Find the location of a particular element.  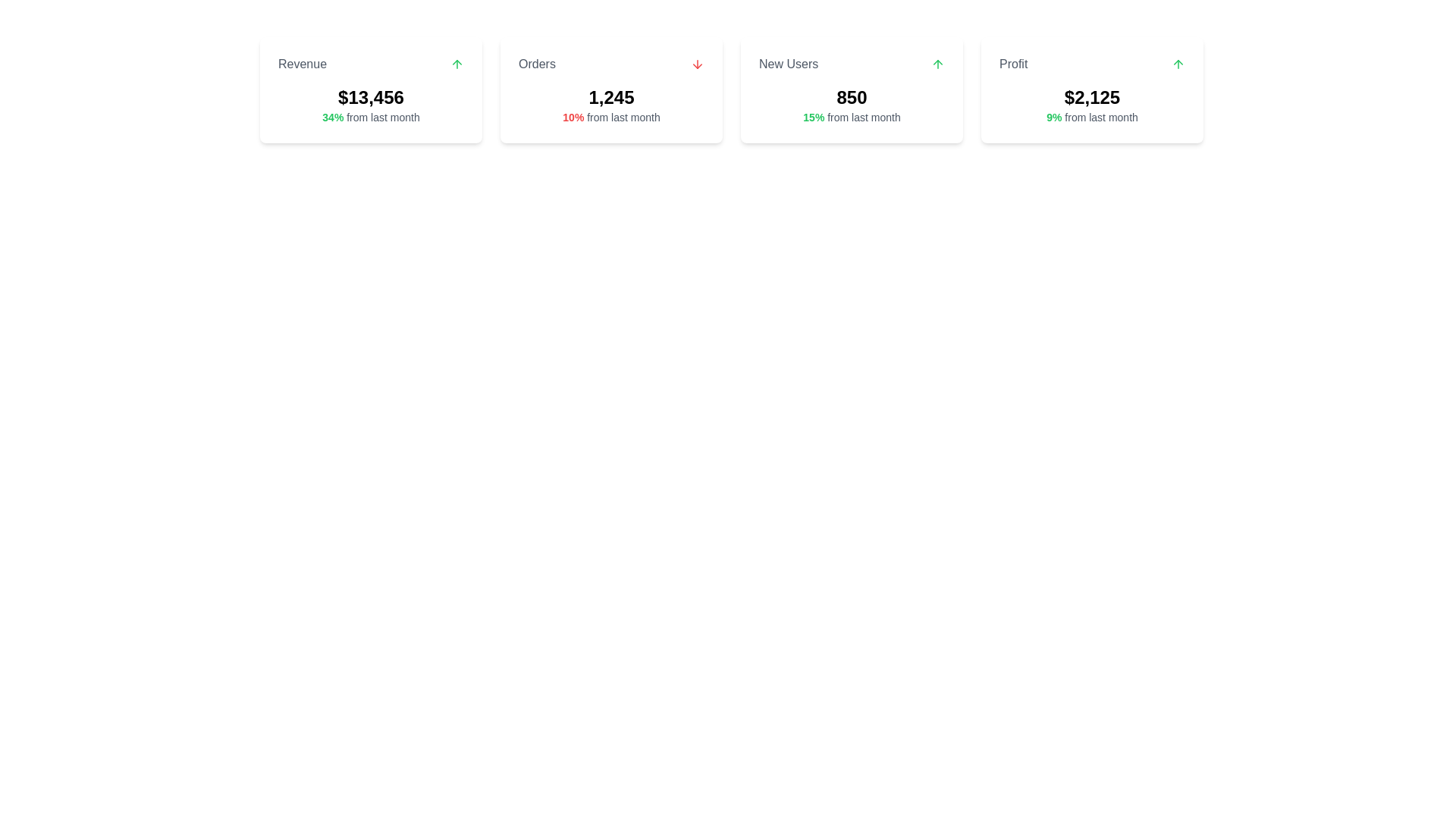

the 'Orders' text label, which is styled in gray and bold font, located at the top-left of the second card in a horizontal row is located at coordinates (537, 63).